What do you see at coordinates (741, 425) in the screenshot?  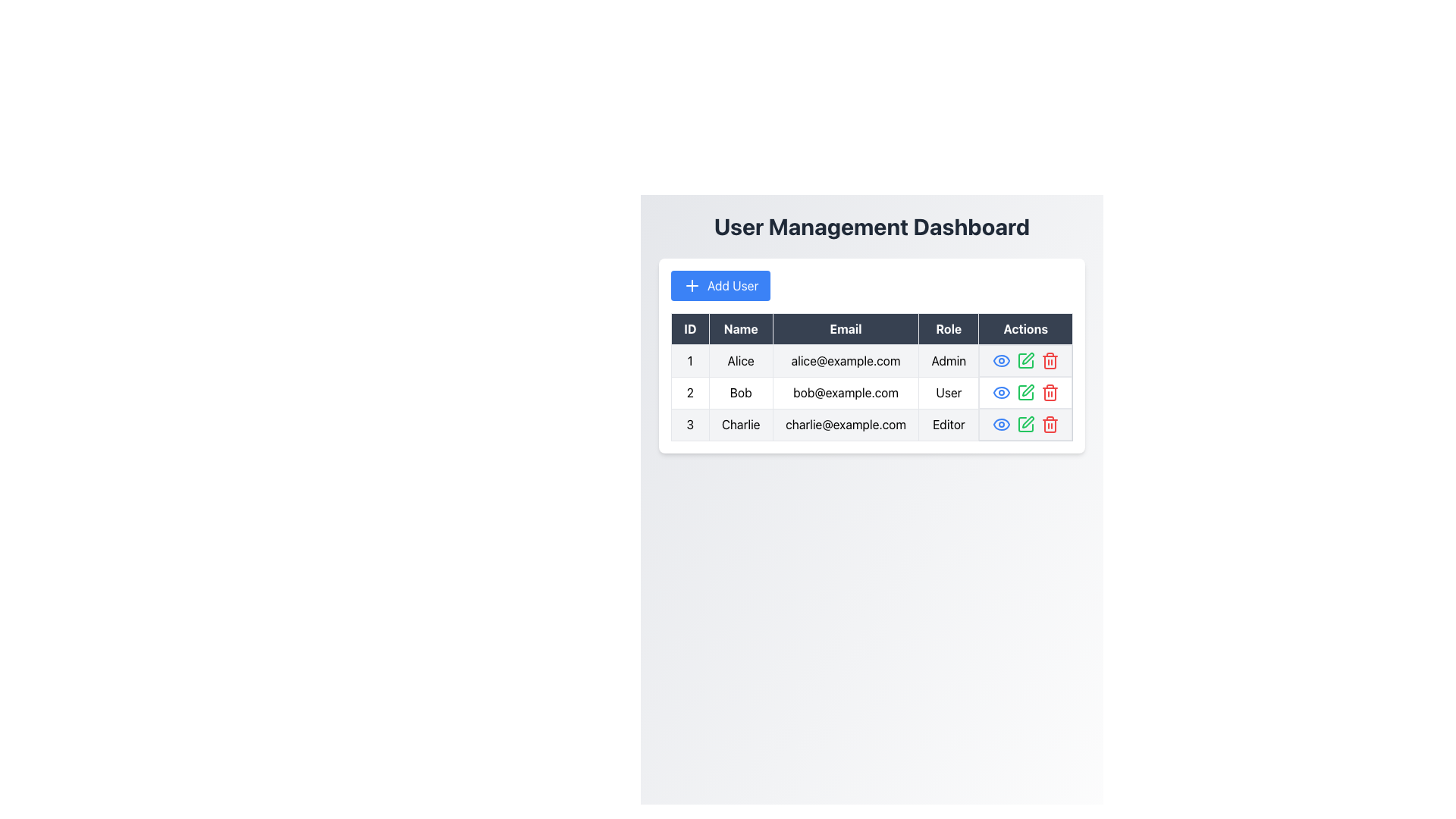 I see `the text label displaying 'Charlie', which is styled with padding and a border, located in the third row under the 'Name' column of a table-like structure` at bounding box center [741, 425].